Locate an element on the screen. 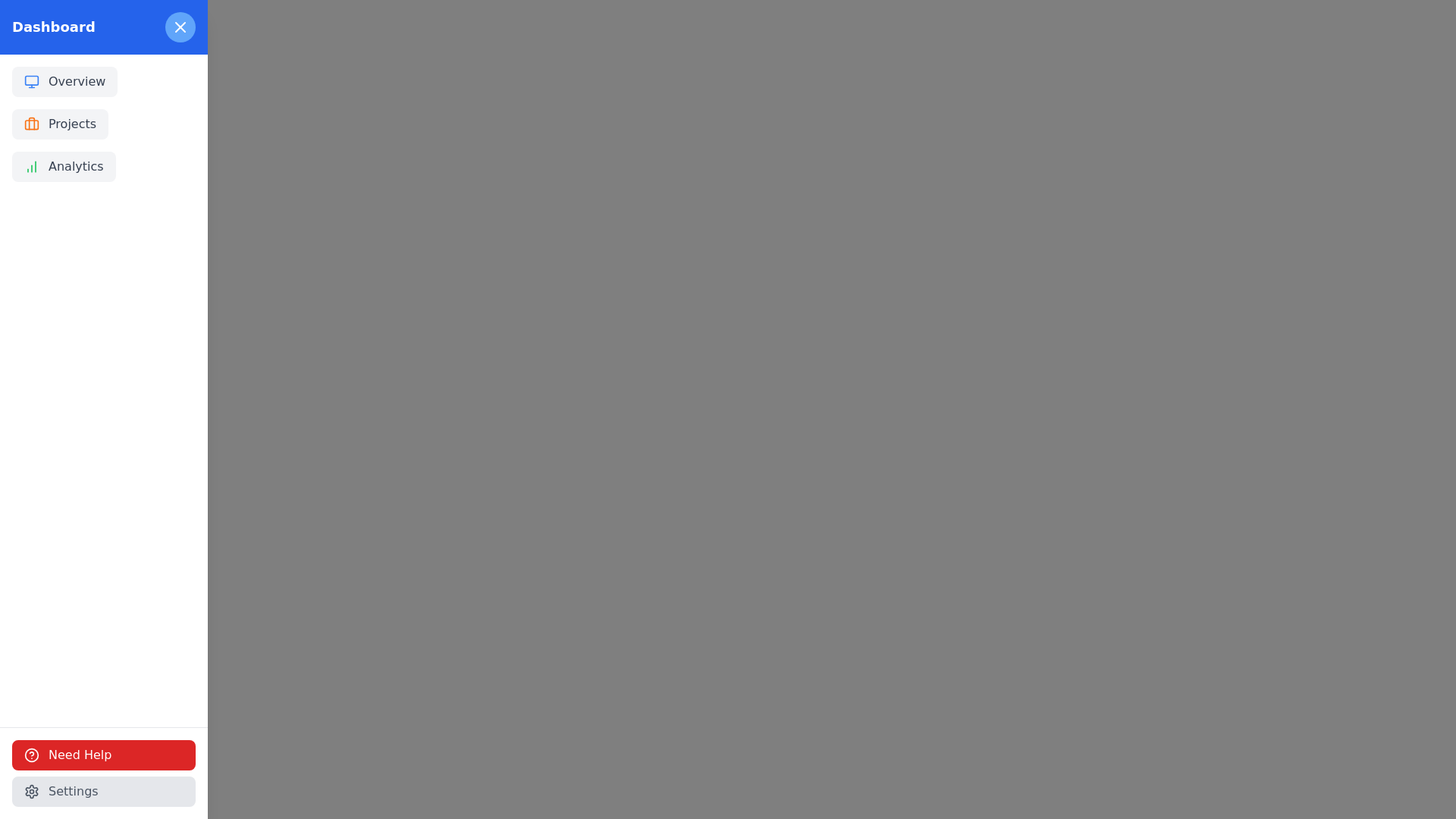  the blue outlined monitor icon located to the left of the 'Overview' menu item in the top sidebar is located at coordinates (32, 82).